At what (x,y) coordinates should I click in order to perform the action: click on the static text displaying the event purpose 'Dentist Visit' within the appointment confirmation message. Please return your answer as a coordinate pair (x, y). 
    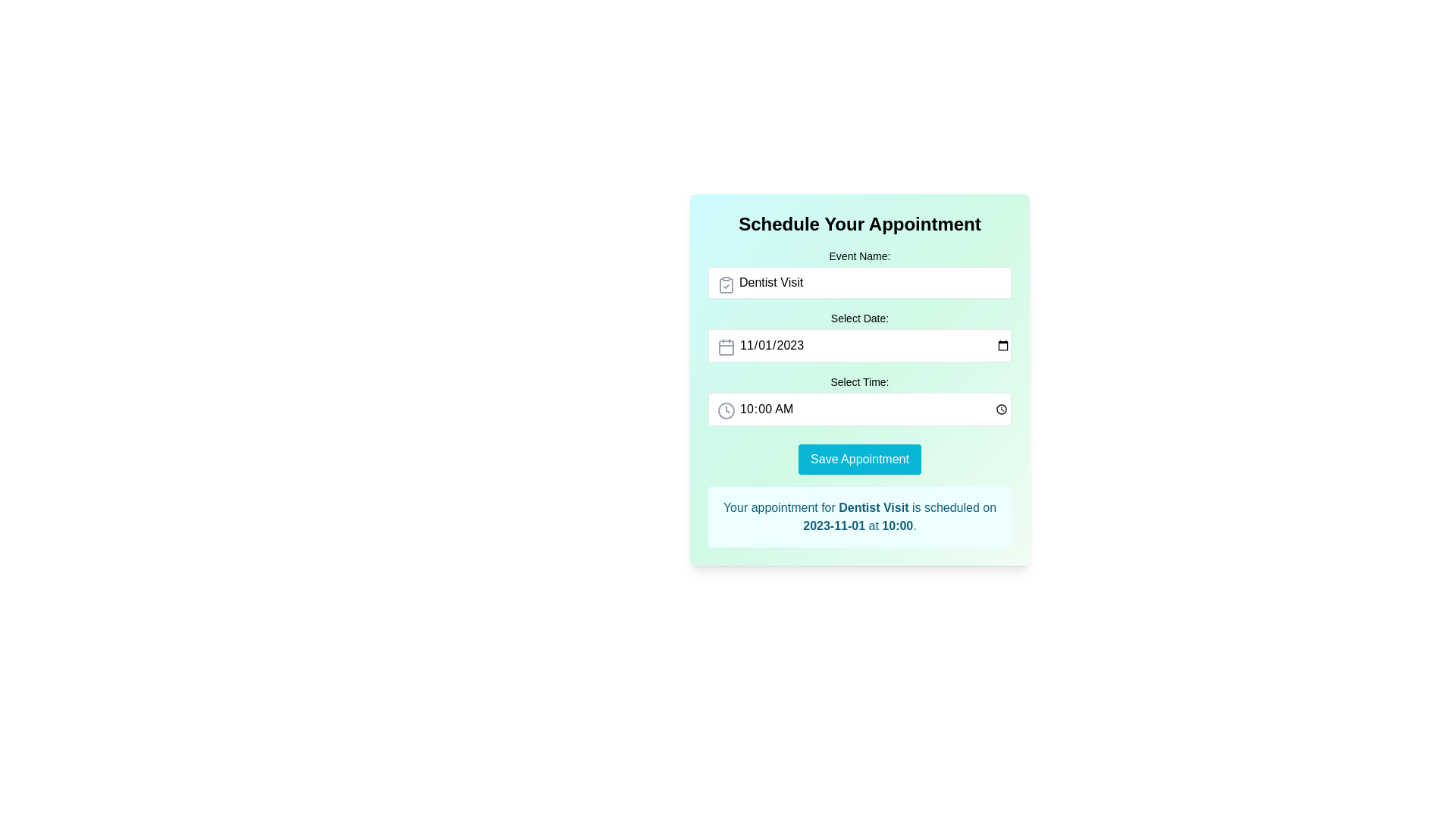
    Looking at the image, I should click on (874, 507).